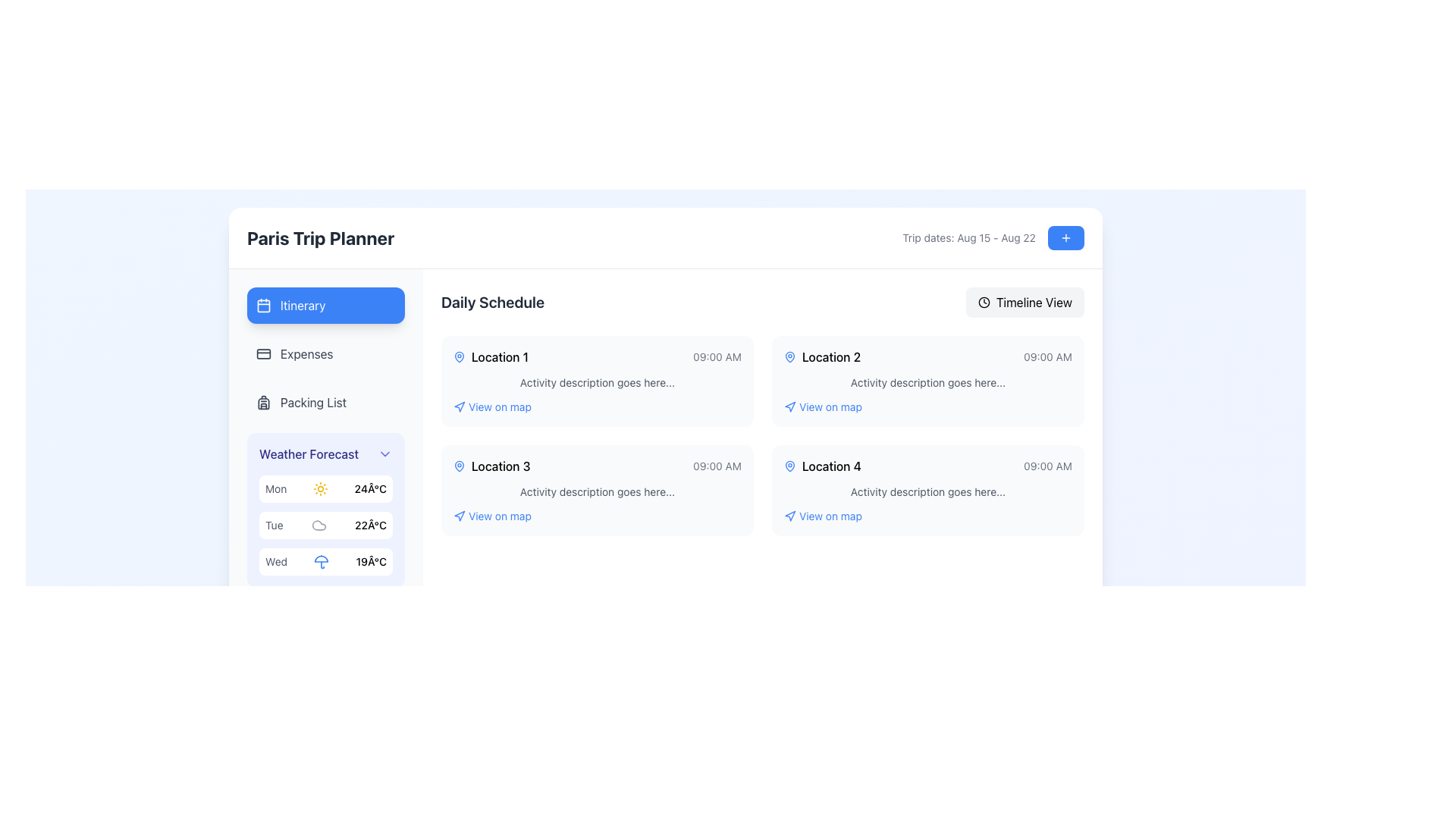 The image size is (1456, 819). I want to click on the decorative icon located next to the 'View on map' text link in the daily schedule section, associated with 'Location 1' and 'Location 3', so click(459, 515).